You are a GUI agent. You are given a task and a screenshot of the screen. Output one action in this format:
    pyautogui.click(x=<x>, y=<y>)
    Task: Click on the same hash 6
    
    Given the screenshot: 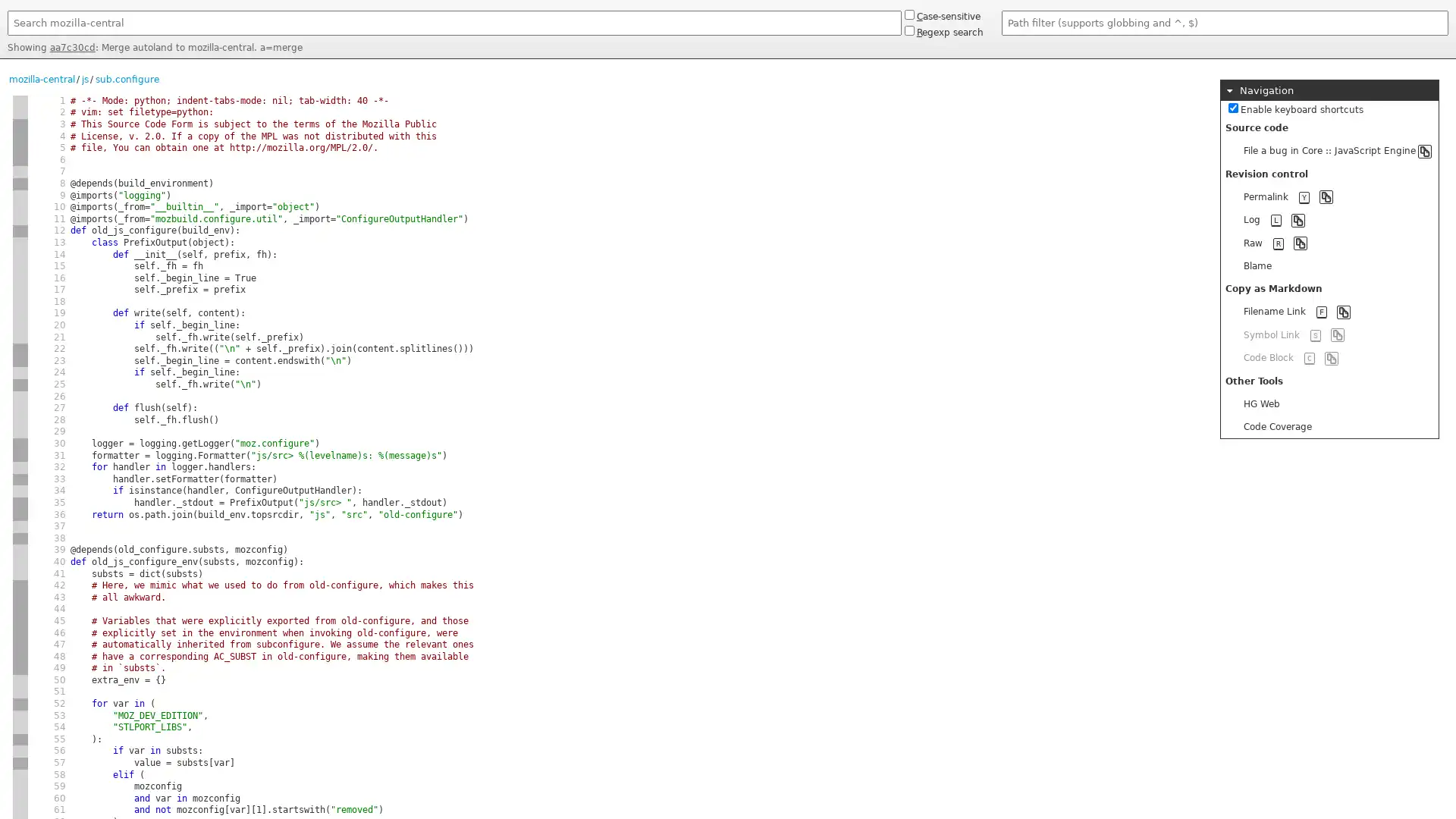 What is the action you would take?
    pyautogui.click(x=20, y=265)
    